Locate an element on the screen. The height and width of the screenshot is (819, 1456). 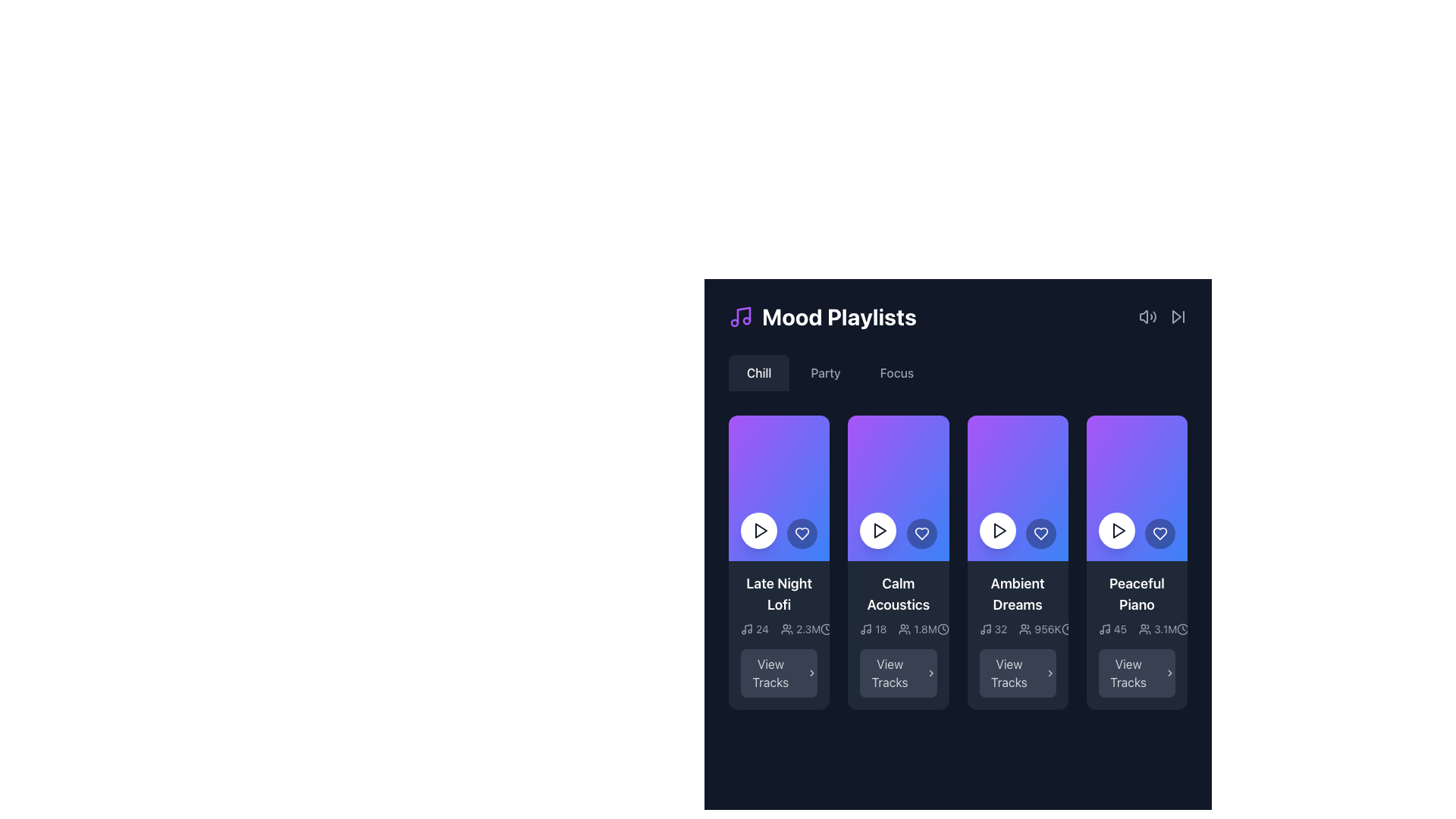
the circular button with a transparent black background and a white heart-shaped icon at its center, located in the lower-right corner of the 'Ambient Dreams' playlist card to like the playlist is located at coordinates (1040, 533).